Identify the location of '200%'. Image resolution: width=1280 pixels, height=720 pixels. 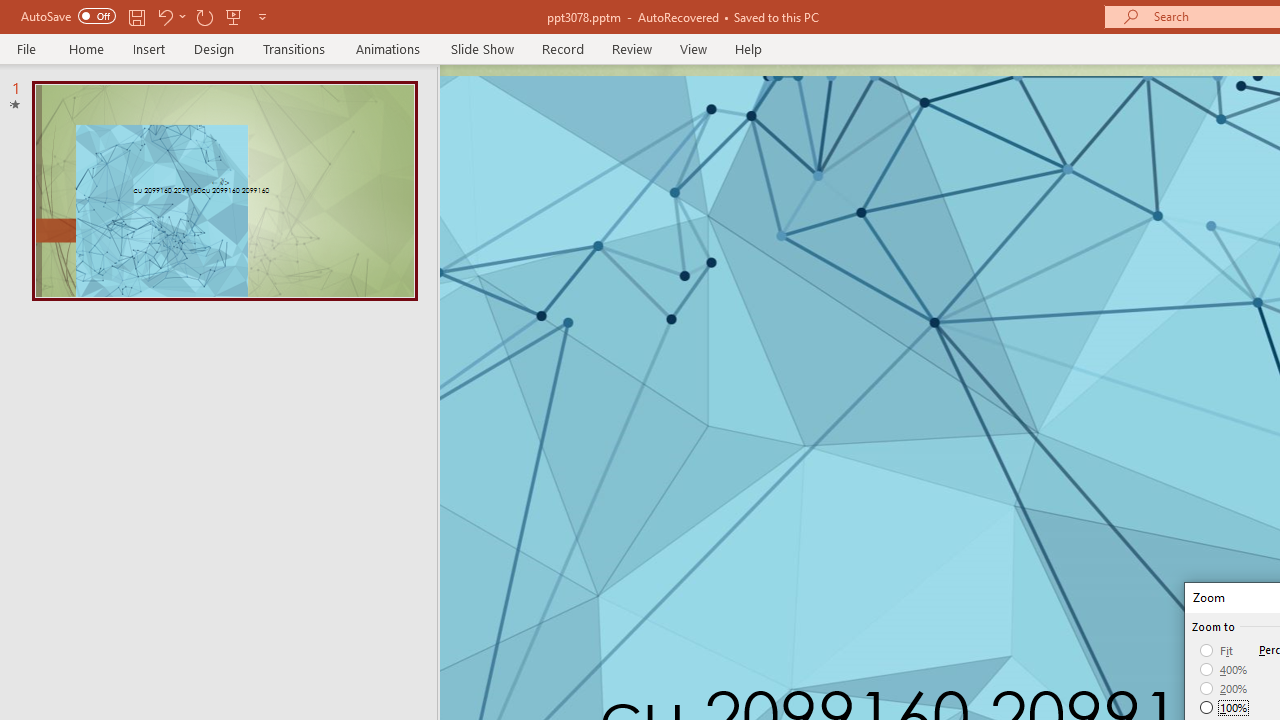
(1223, 688).